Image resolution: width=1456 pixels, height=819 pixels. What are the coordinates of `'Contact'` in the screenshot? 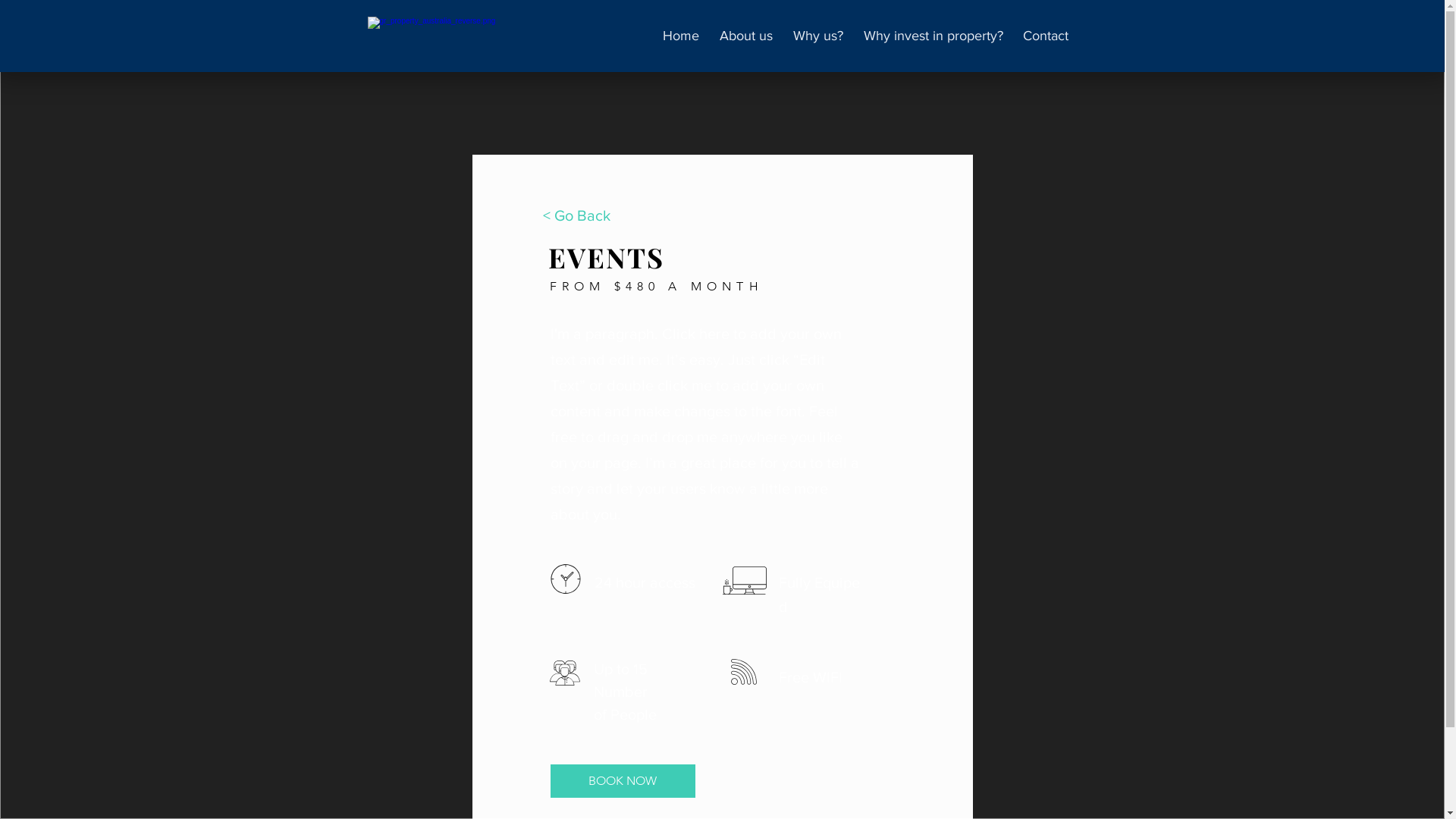 It's located at (1009, 35).